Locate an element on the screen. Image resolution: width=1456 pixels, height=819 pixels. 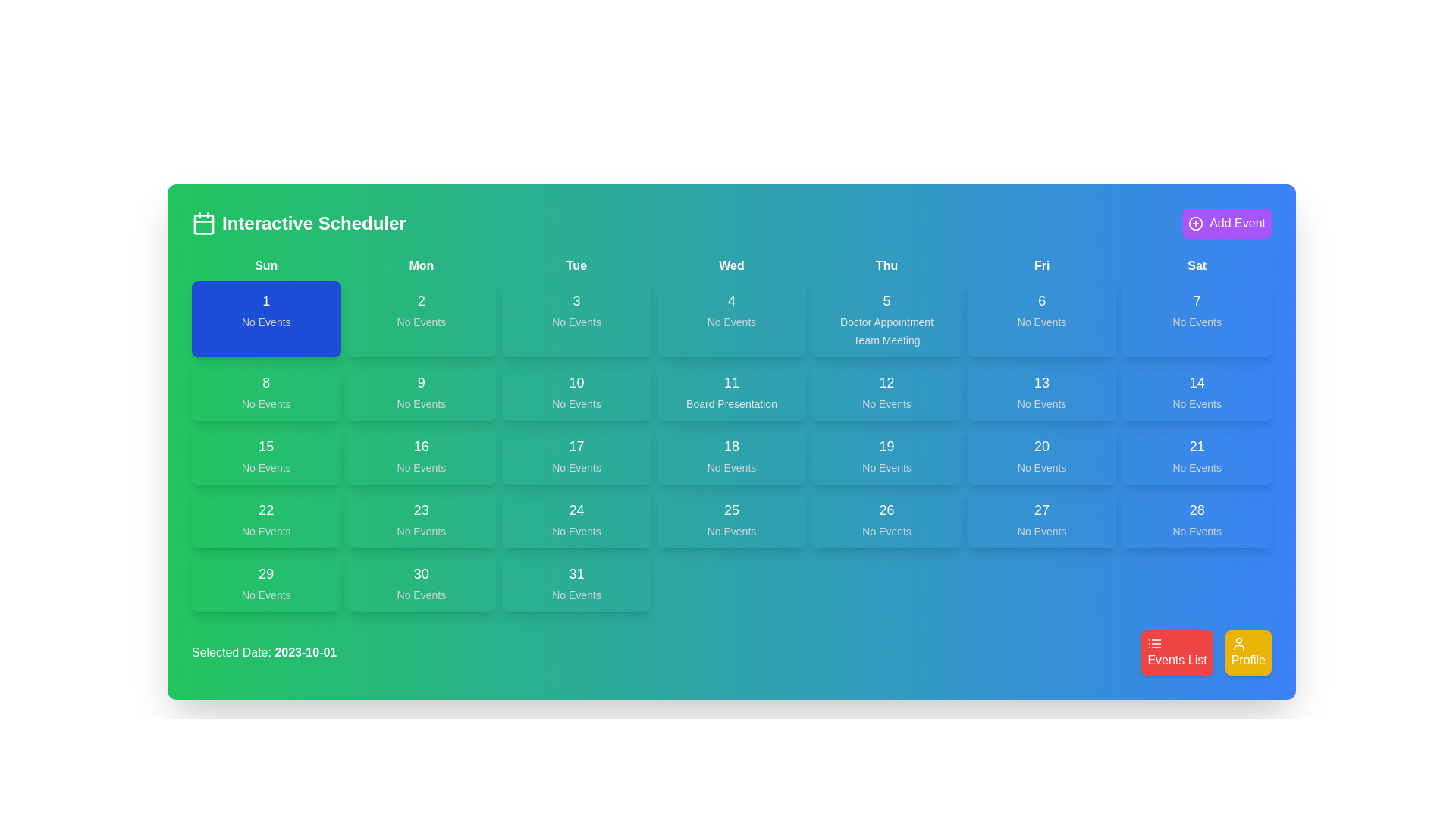
the text label displaying 'Mon', which is bold and white on a green background, located in the second position of the top row in the grid layout for days of the week is located at coordinates (421, 265).